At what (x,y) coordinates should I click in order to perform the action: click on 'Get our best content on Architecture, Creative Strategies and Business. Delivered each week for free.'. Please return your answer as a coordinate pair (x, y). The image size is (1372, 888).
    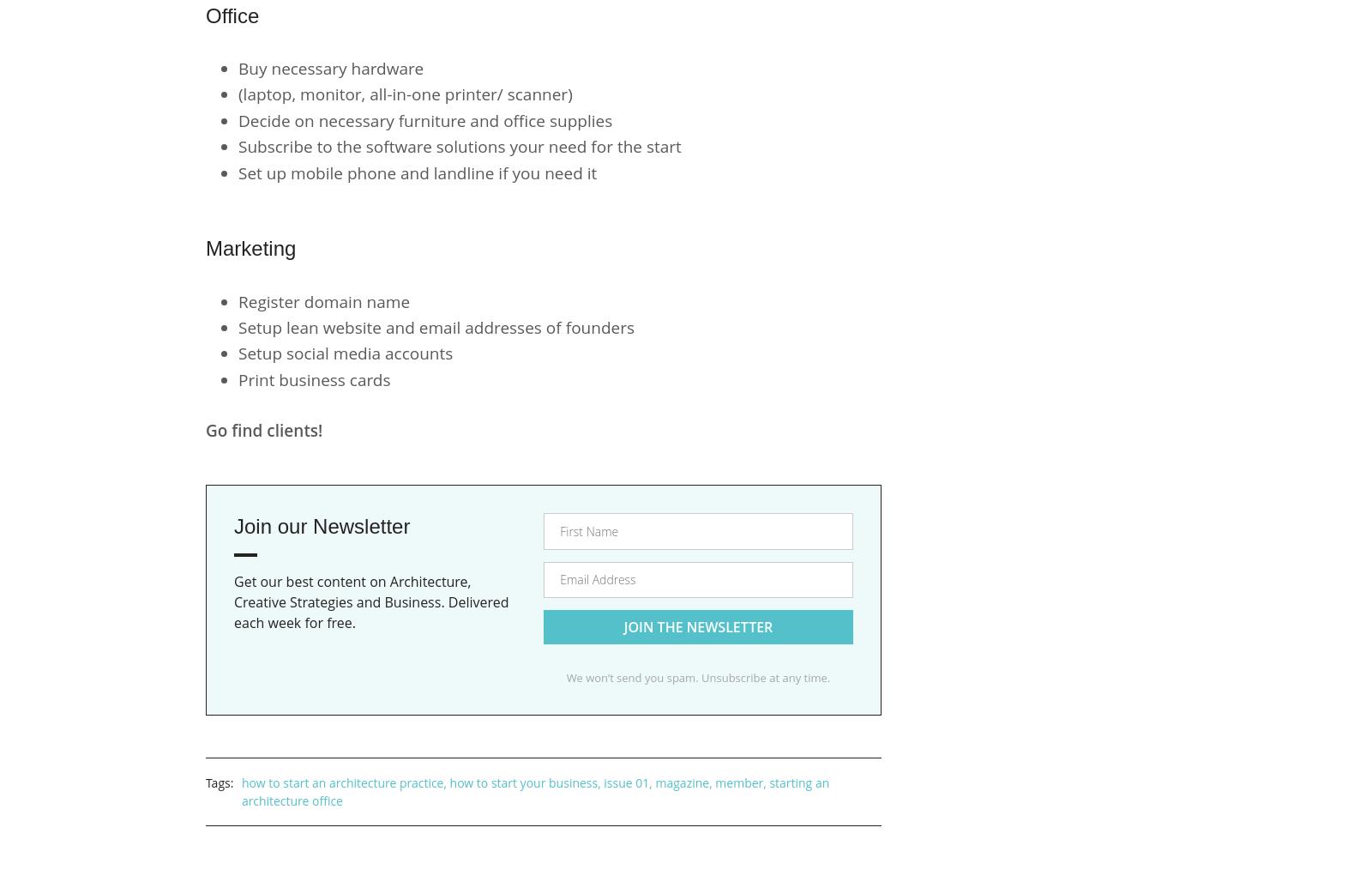
    Looking at the image, I should click on (370, 601).